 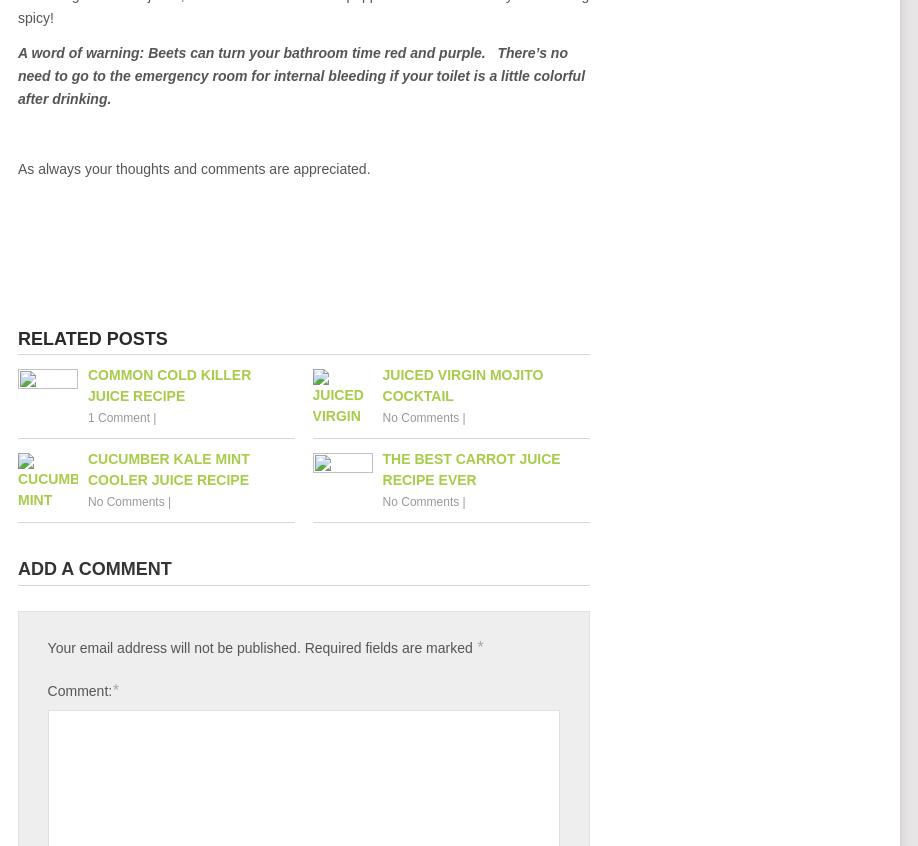 I want to click on 'As always your thoughts and comments are appreciated.', so click(x=17, y=167).